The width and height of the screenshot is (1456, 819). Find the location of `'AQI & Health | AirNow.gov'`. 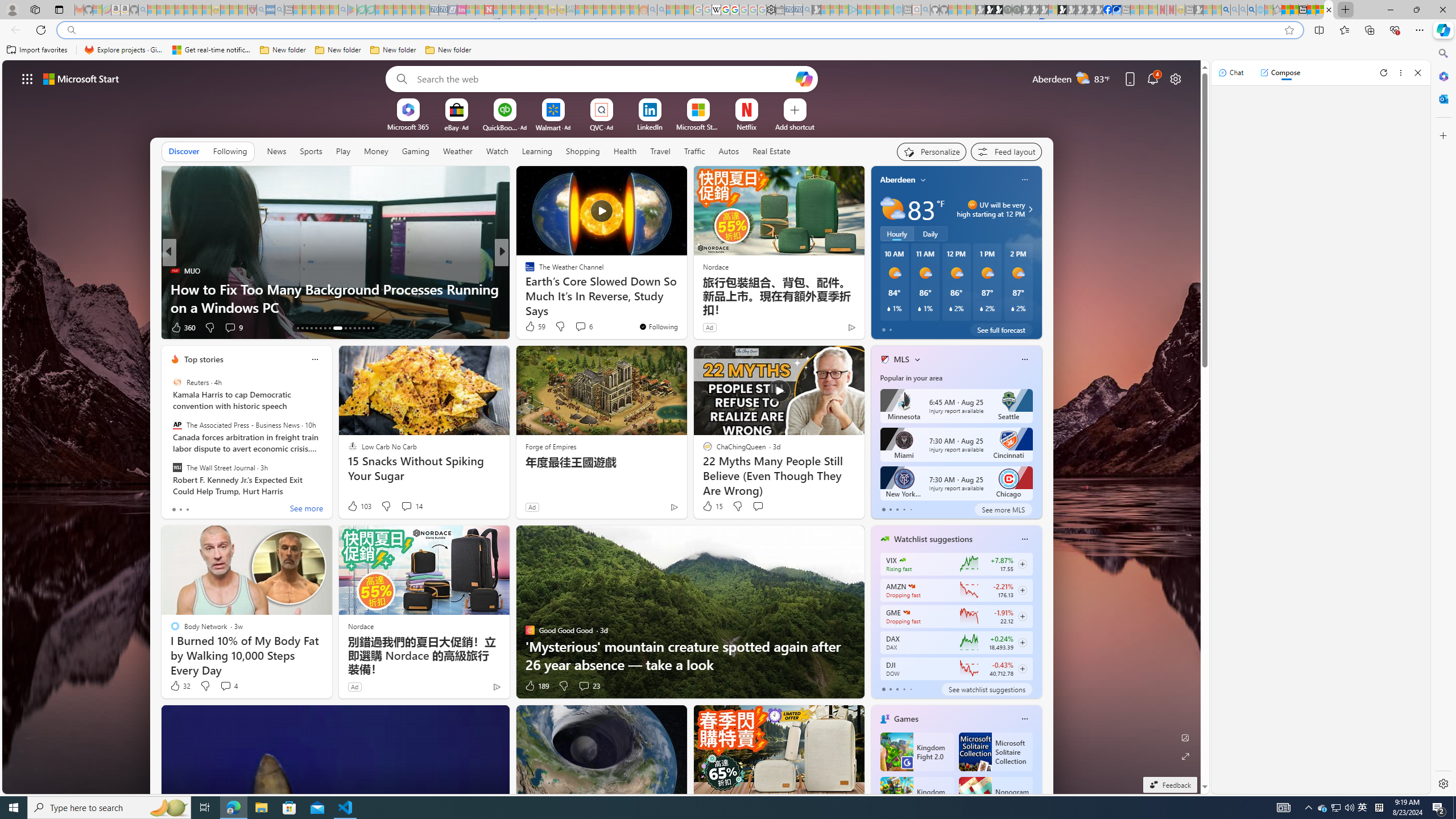

'AQI & Health | AirNow.gov' is located at coordinates (1116, 9).